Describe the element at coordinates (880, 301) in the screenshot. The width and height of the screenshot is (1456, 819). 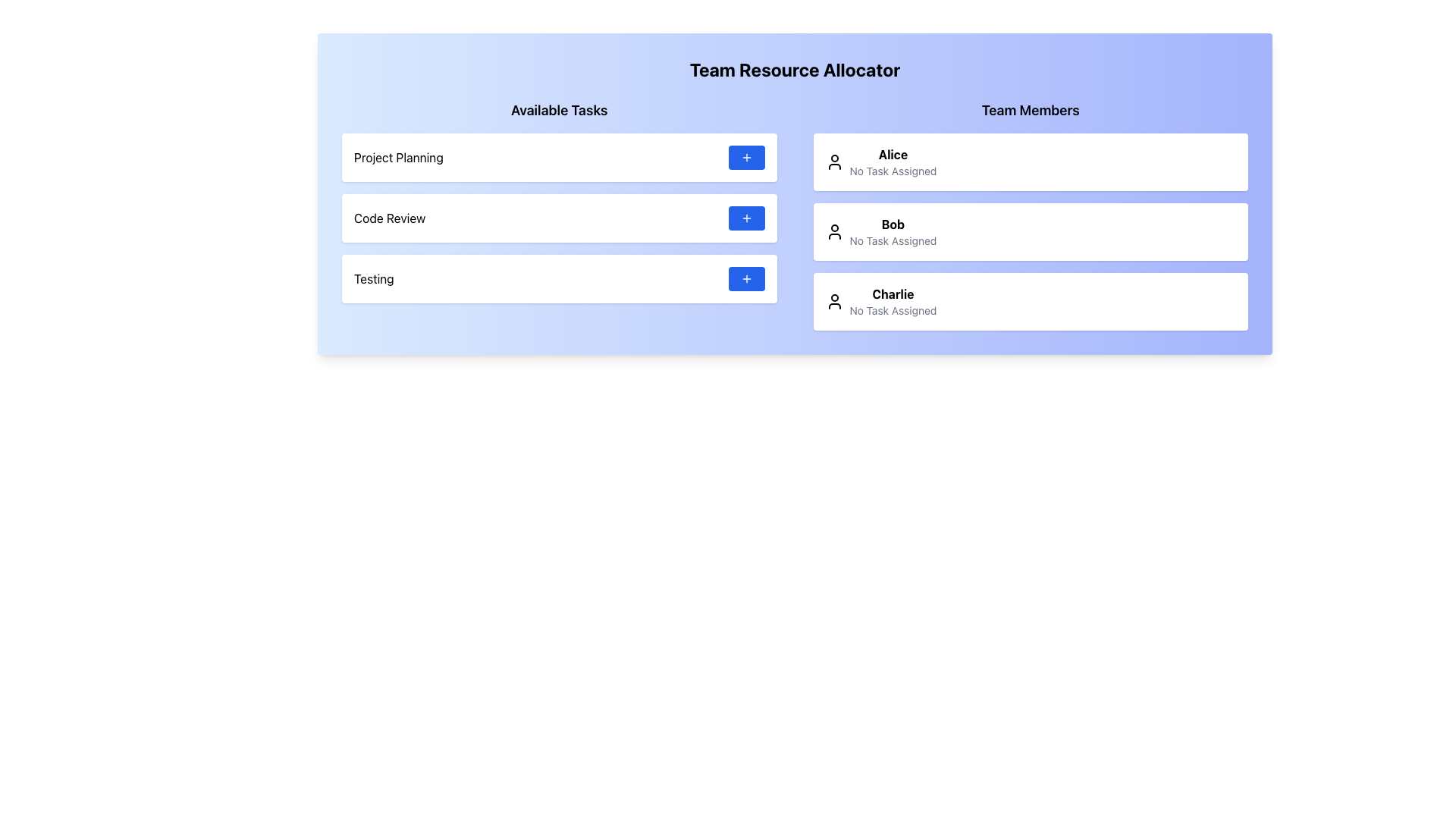
I see `the name 'Charlie' in the User Card` at that location.